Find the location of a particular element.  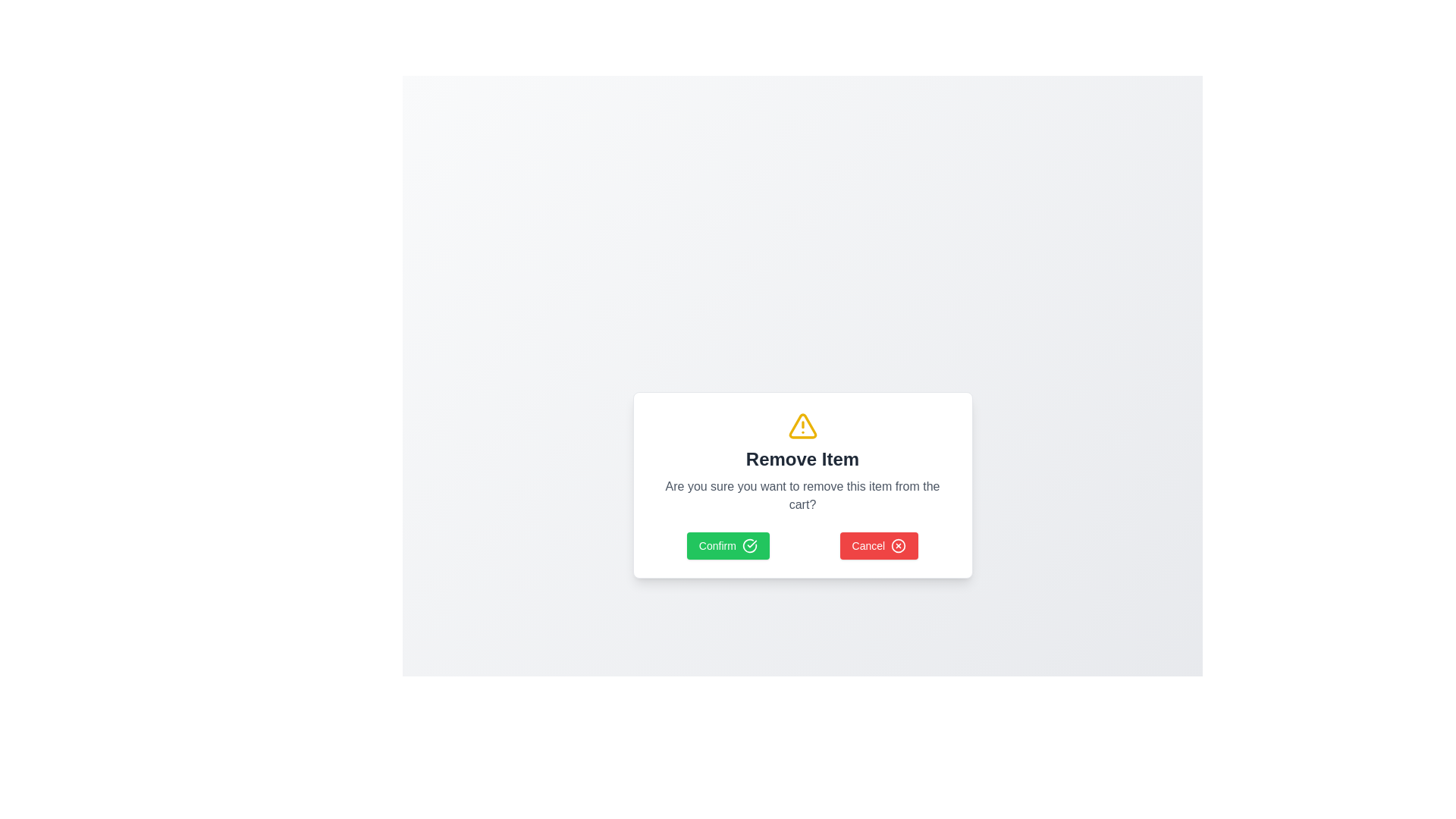

the warning icon located at the top of the 'Remove Item' dialog box, which serves as a cautionary symbol to grab the user's attention is located at coordinates (802, 426).